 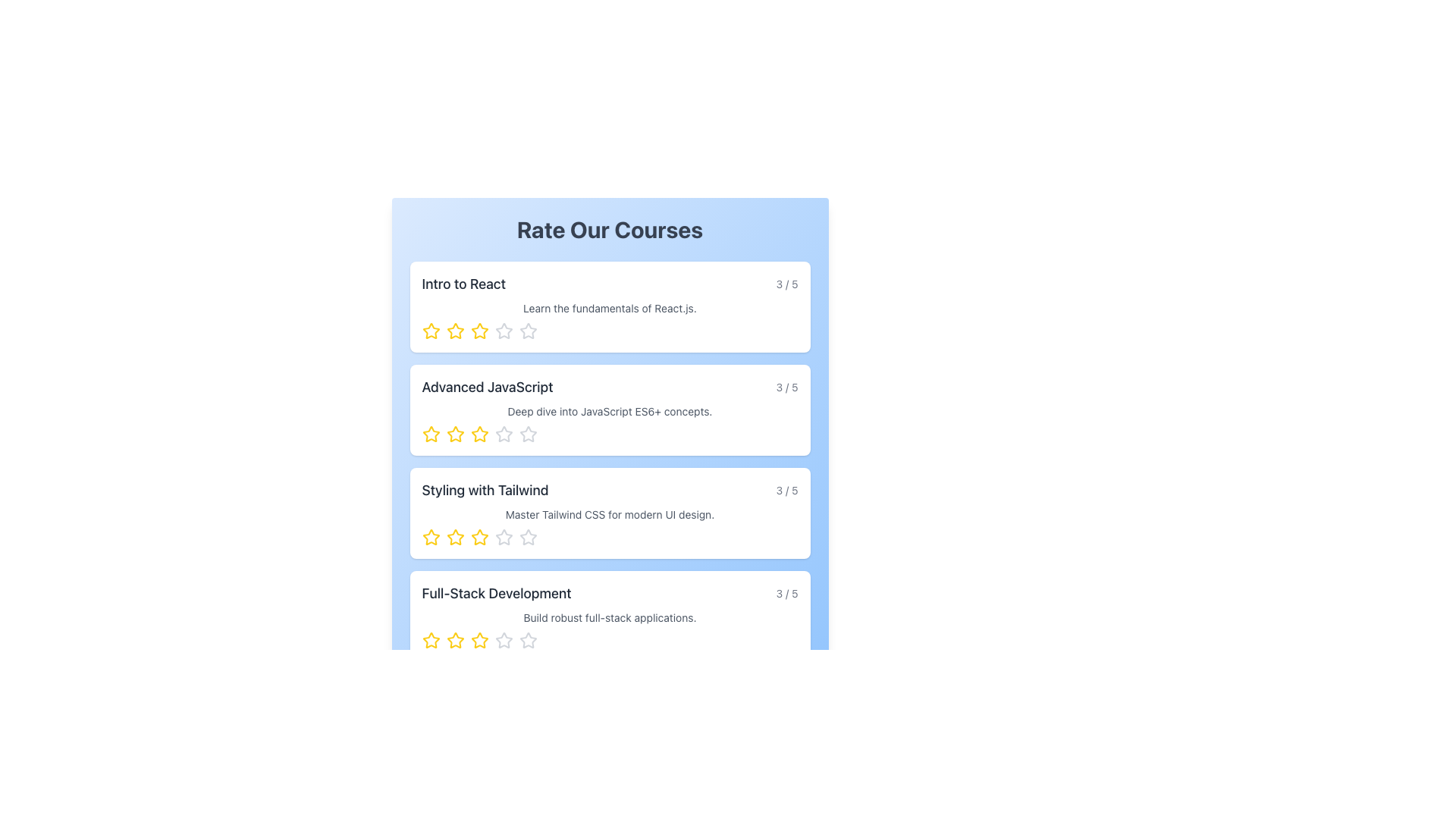 What do you see at coordinates (454, 330) in the screenshot?
I see `the second star icon in the rating section of the 'Intro to React' course` at bounding box center [454, 330].